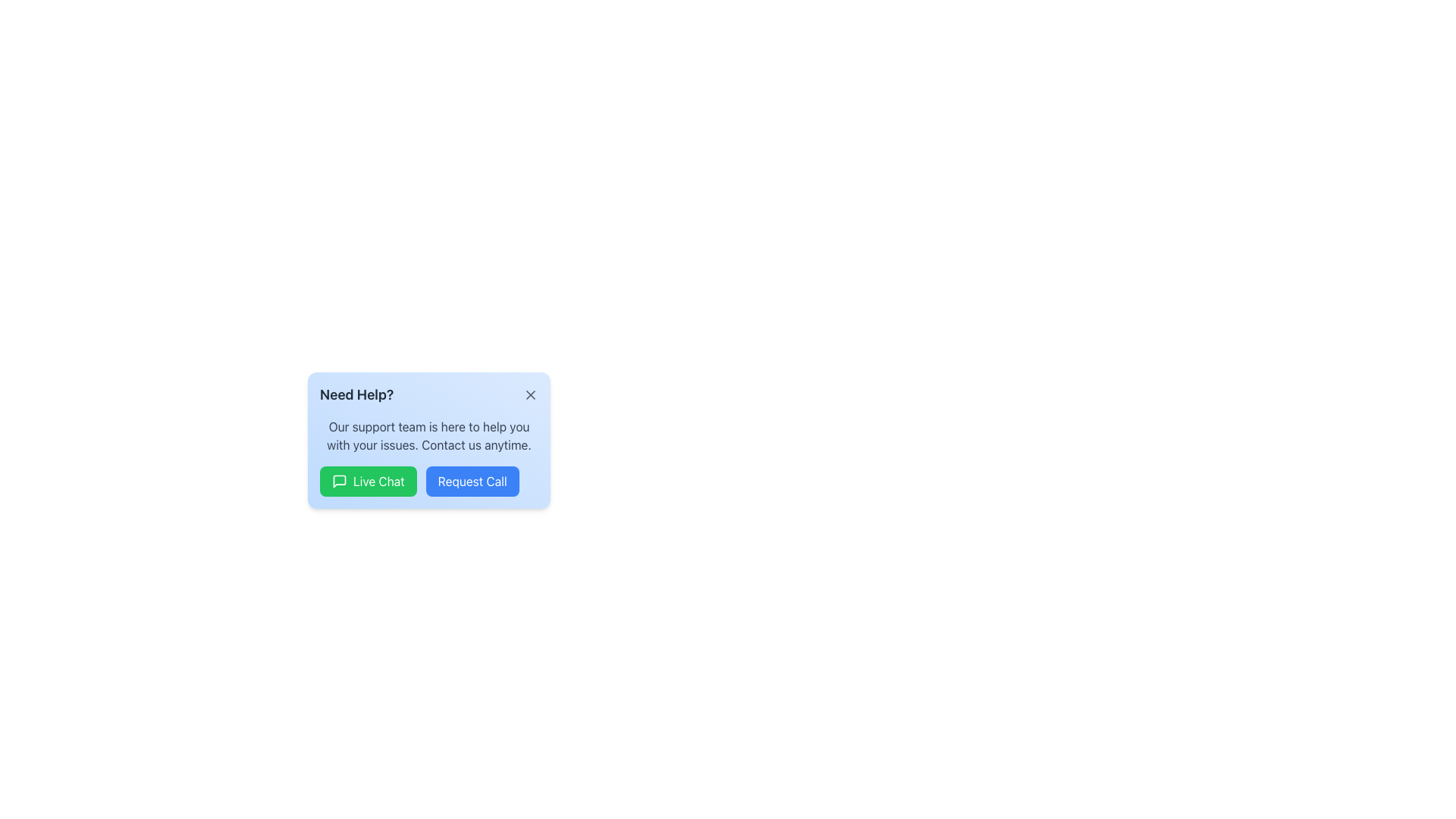 The width and height of the screenshot is (1456, 819). I want to click on the textual panel displaying the header 'Need Help?' and the assistance options below it, so click(428, 441).